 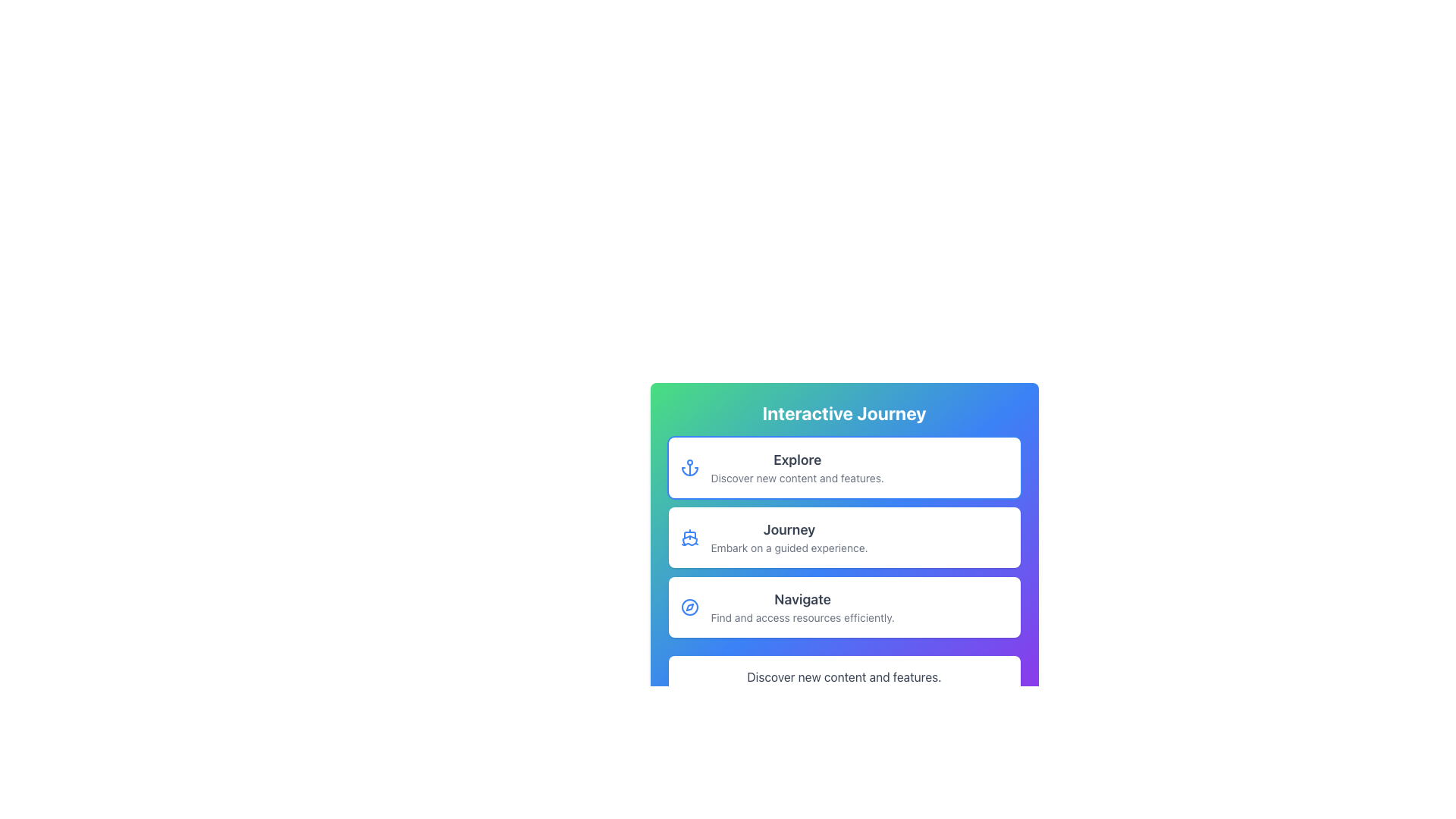 I want to click on text content from the text block that says 'Discover new content and features.' positioned at the bottom of the 'Interactive Journey' section, so click(x=843, y=676).